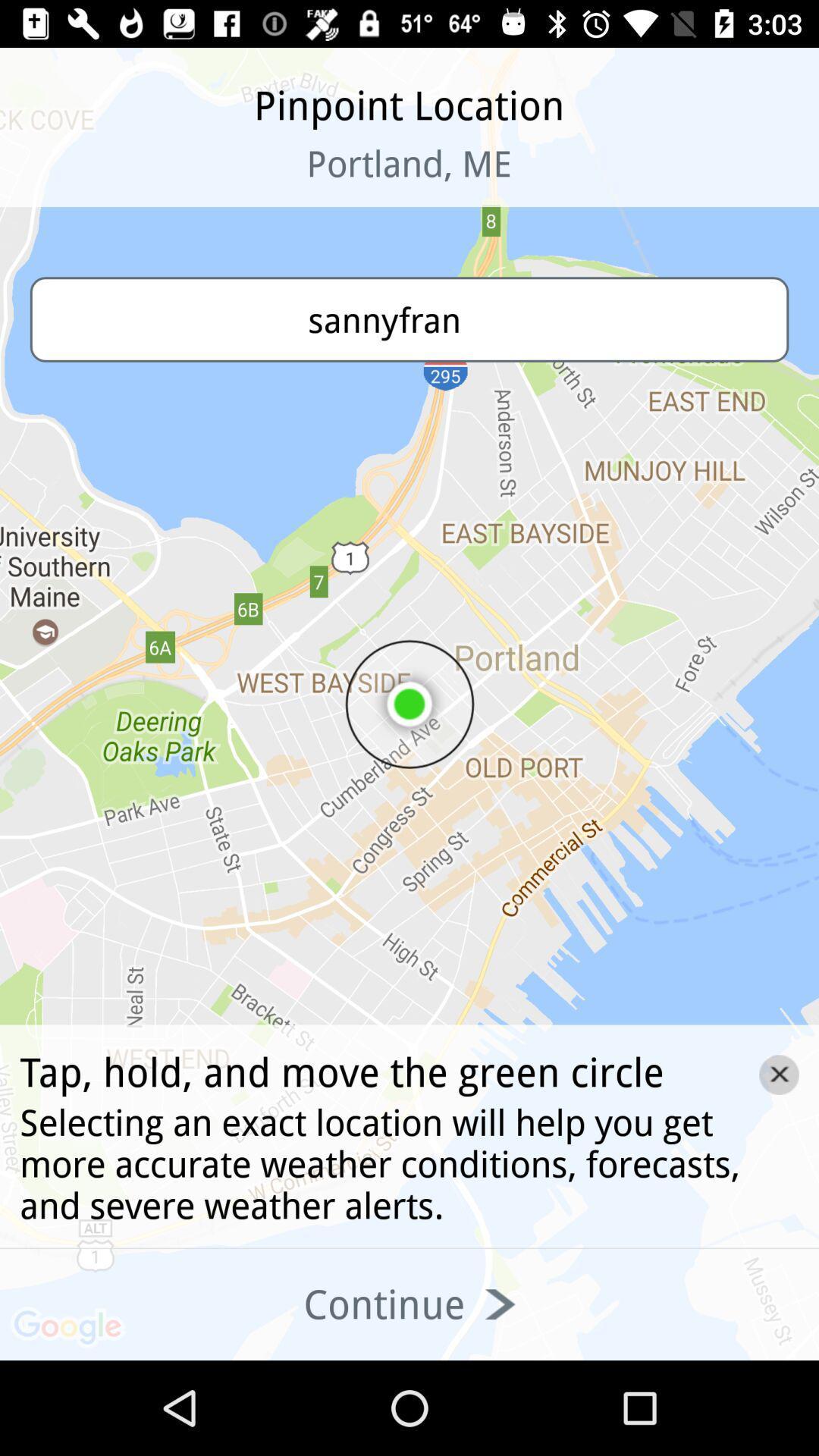  What do you see at coordinates (779, 1074) in the screenshot?
I see `the close icon` at bounding box center [779, 1074].